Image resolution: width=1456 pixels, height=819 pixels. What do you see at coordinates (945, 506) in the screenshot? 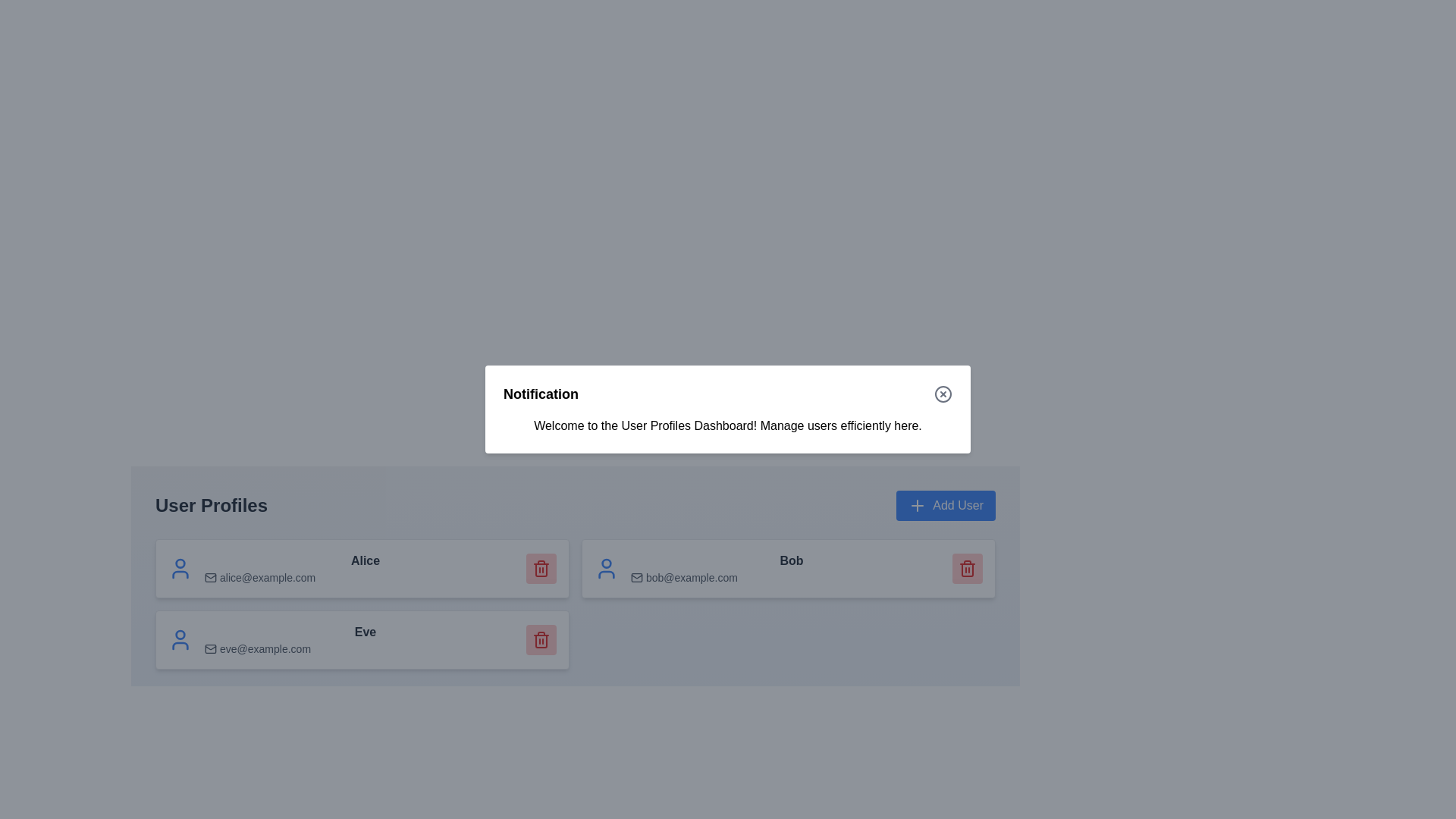
I see `the blue button labeled 'Add User'` at bounding box center [945, 506].